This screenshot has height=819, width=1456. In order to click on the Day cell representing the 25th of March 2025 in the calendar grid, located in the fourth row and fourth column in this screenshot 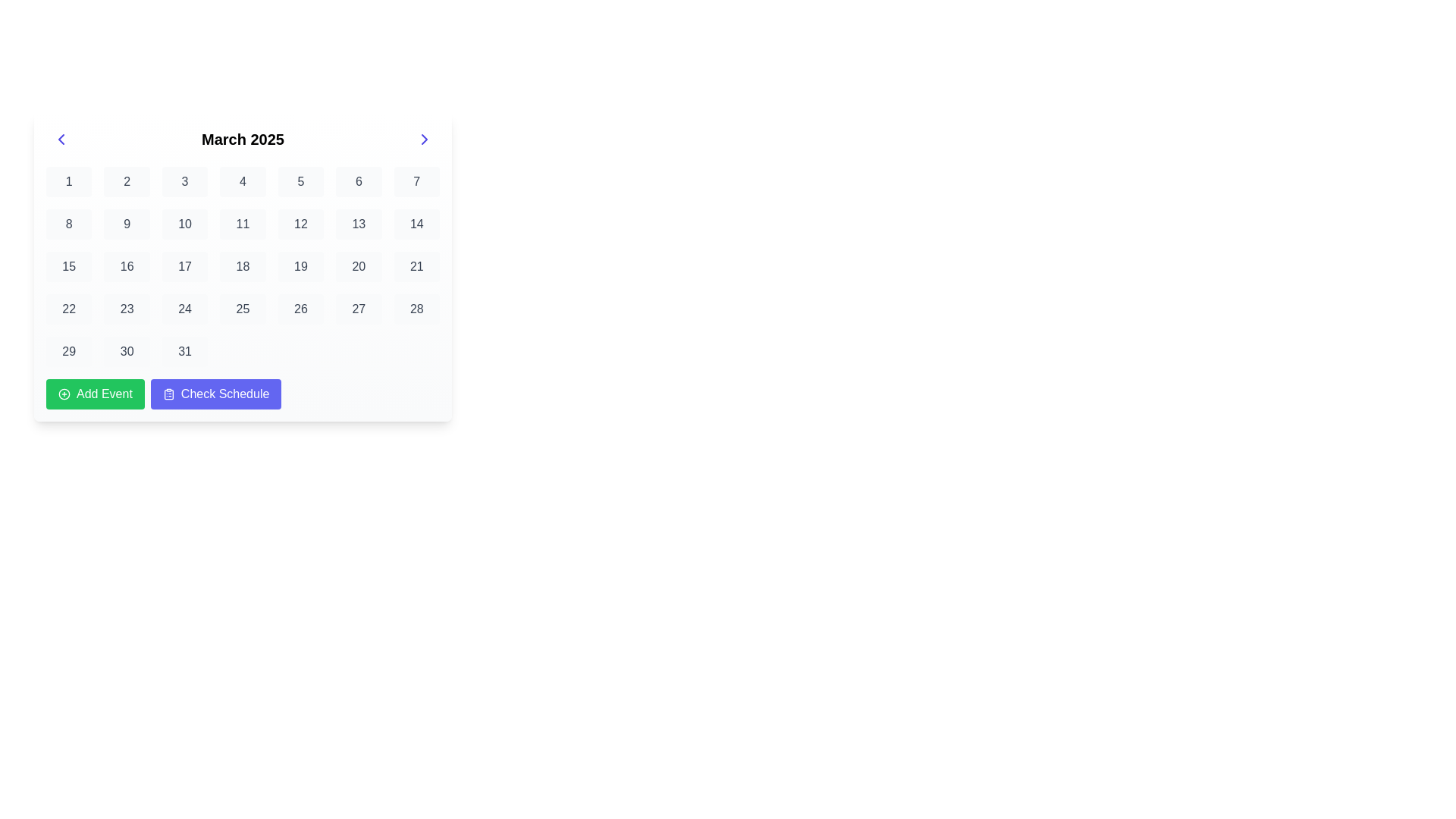, I will do `click(243, 309)`.